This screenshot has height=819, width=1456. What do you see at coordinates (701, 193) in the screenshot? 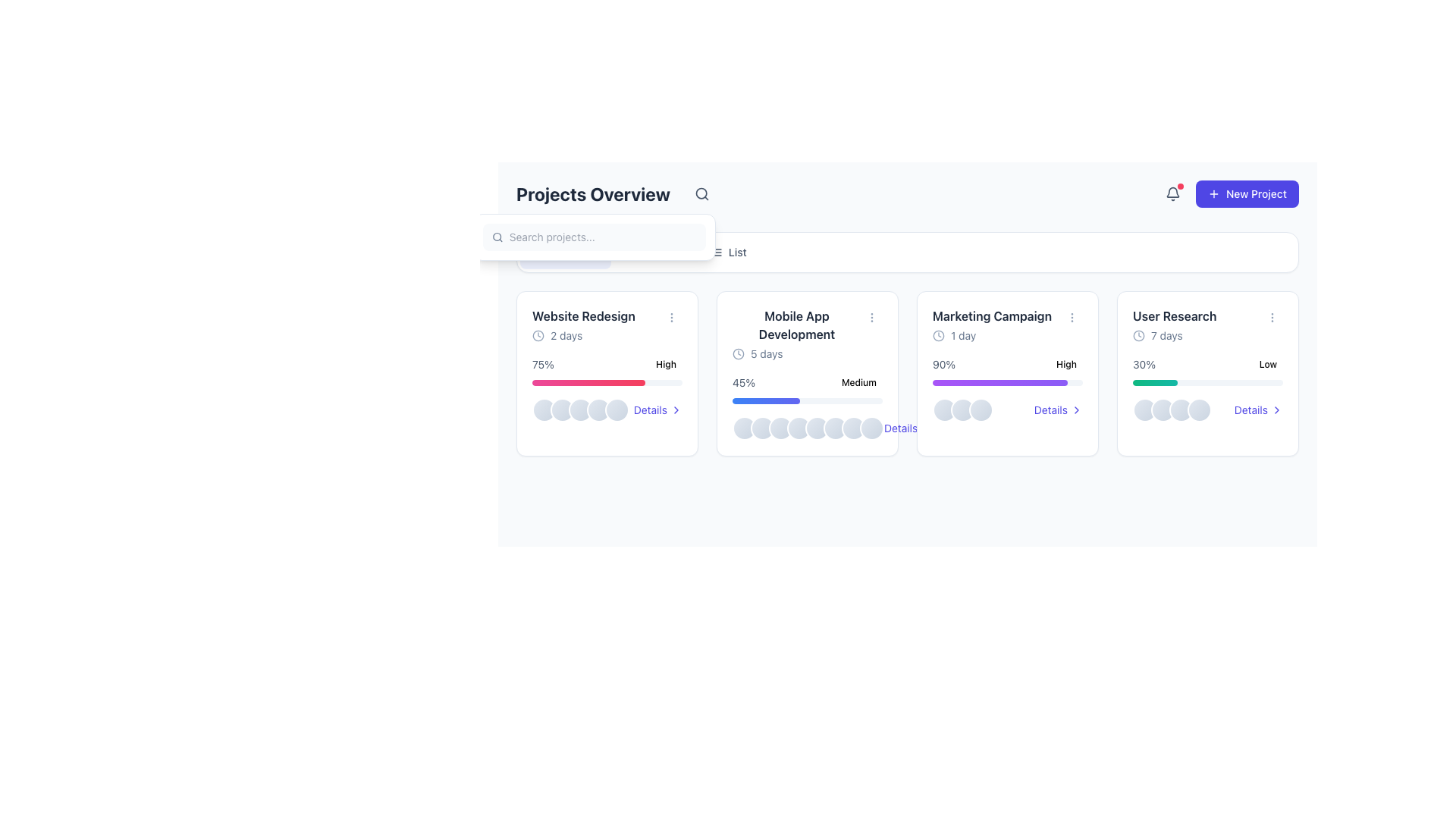
I see `the magnifying glass icon located in the top-right section of the header bar, to the right of the 'Projects Overview' text` at bounding box center [701, 193].